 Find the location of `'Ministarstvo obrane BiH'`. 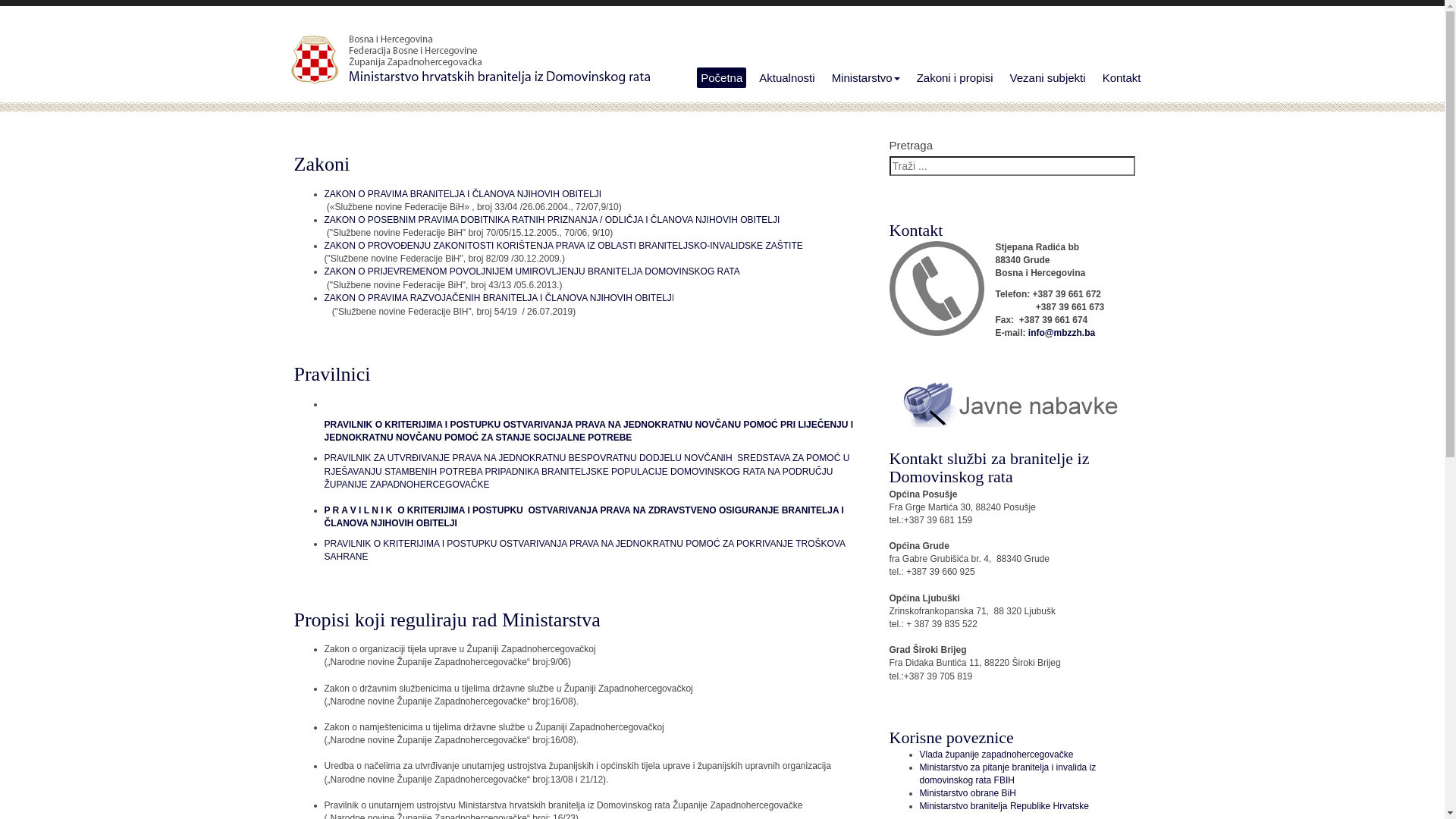

'Ministarstvo obrane BiH' is located at coordinates (966, 792).